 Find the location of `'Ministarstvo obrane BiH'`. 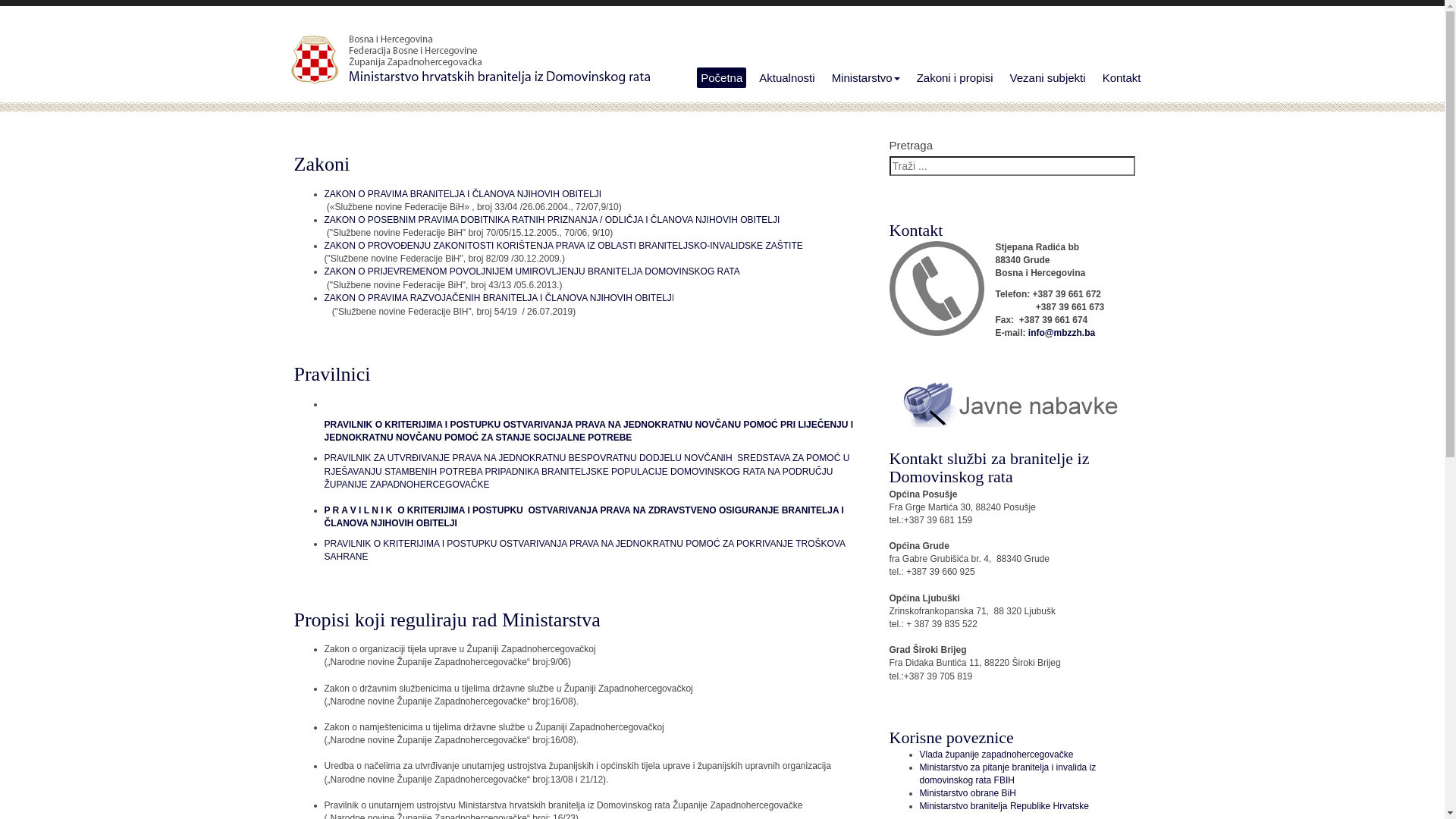

'Ministarstvo obrane BiH' is located at coordinates (966, 792).